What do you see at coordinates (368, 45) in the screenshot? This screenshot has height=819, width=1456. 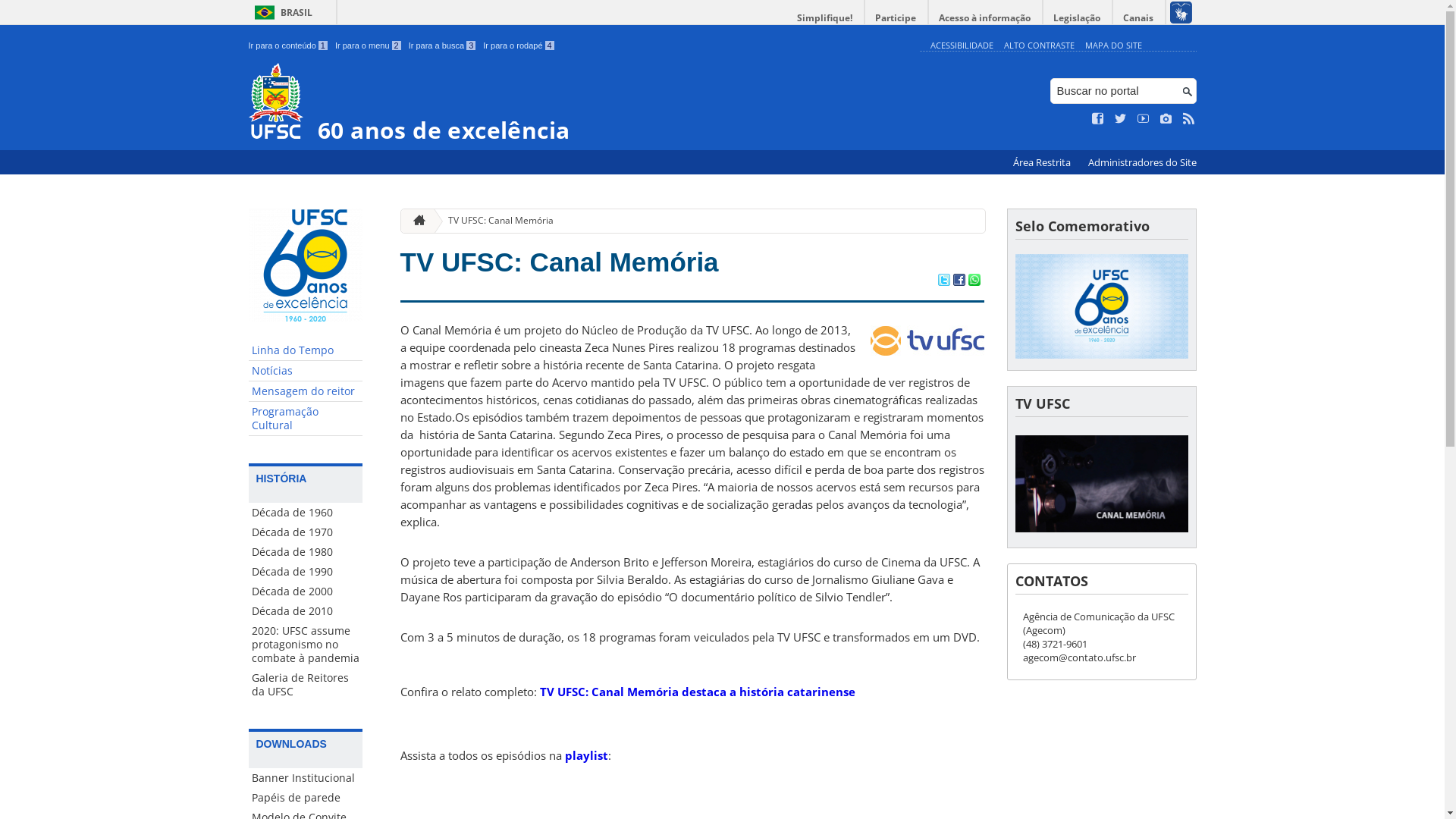 I see `'Ir para o menu 2'` at bounding box center [368, 45].